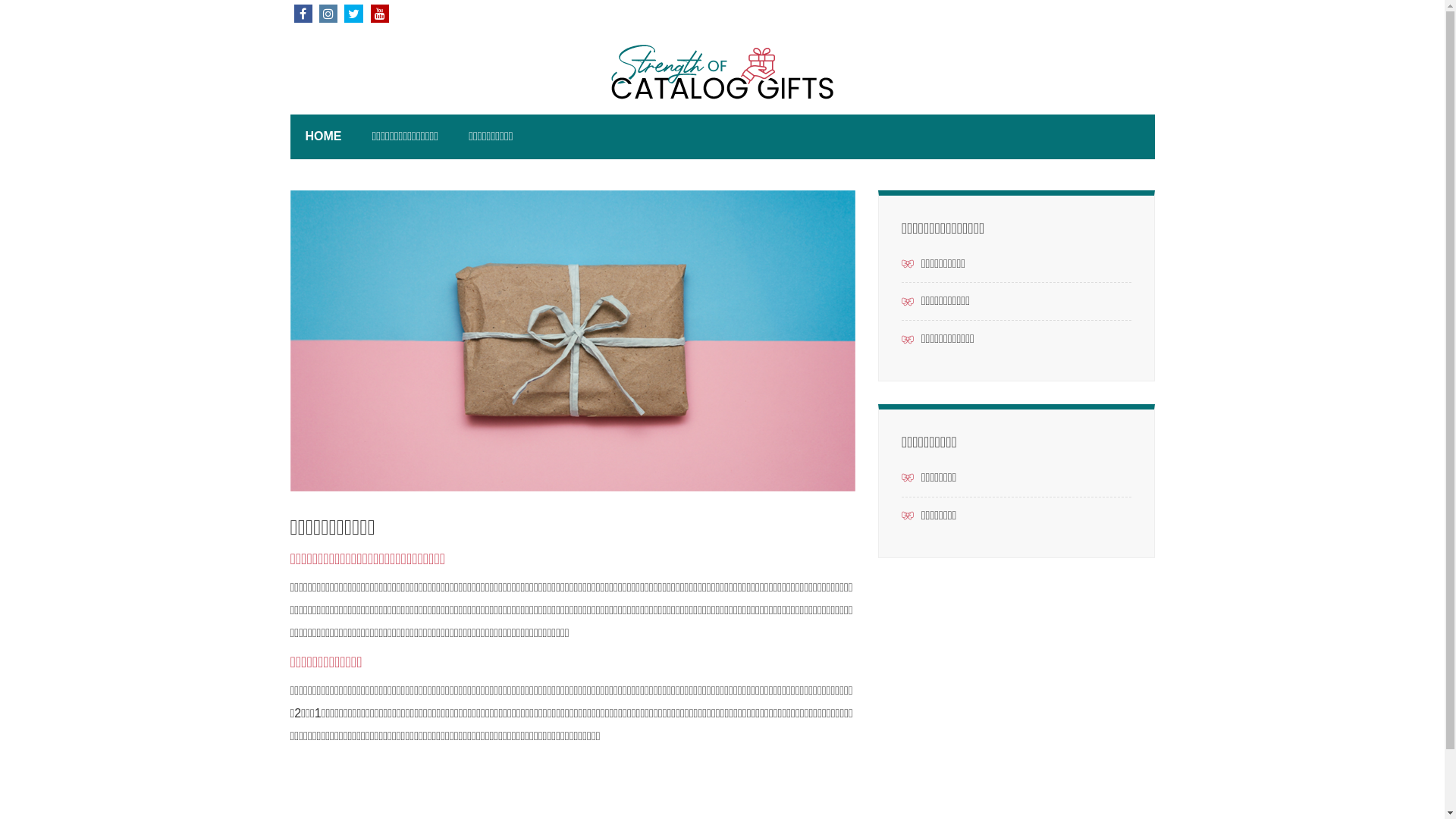 The height and width of the screenshot is (819, 1456). Describe the element at coordinates (294, 14) in the screenshot. I see `'FACEBOOK'` at that location.